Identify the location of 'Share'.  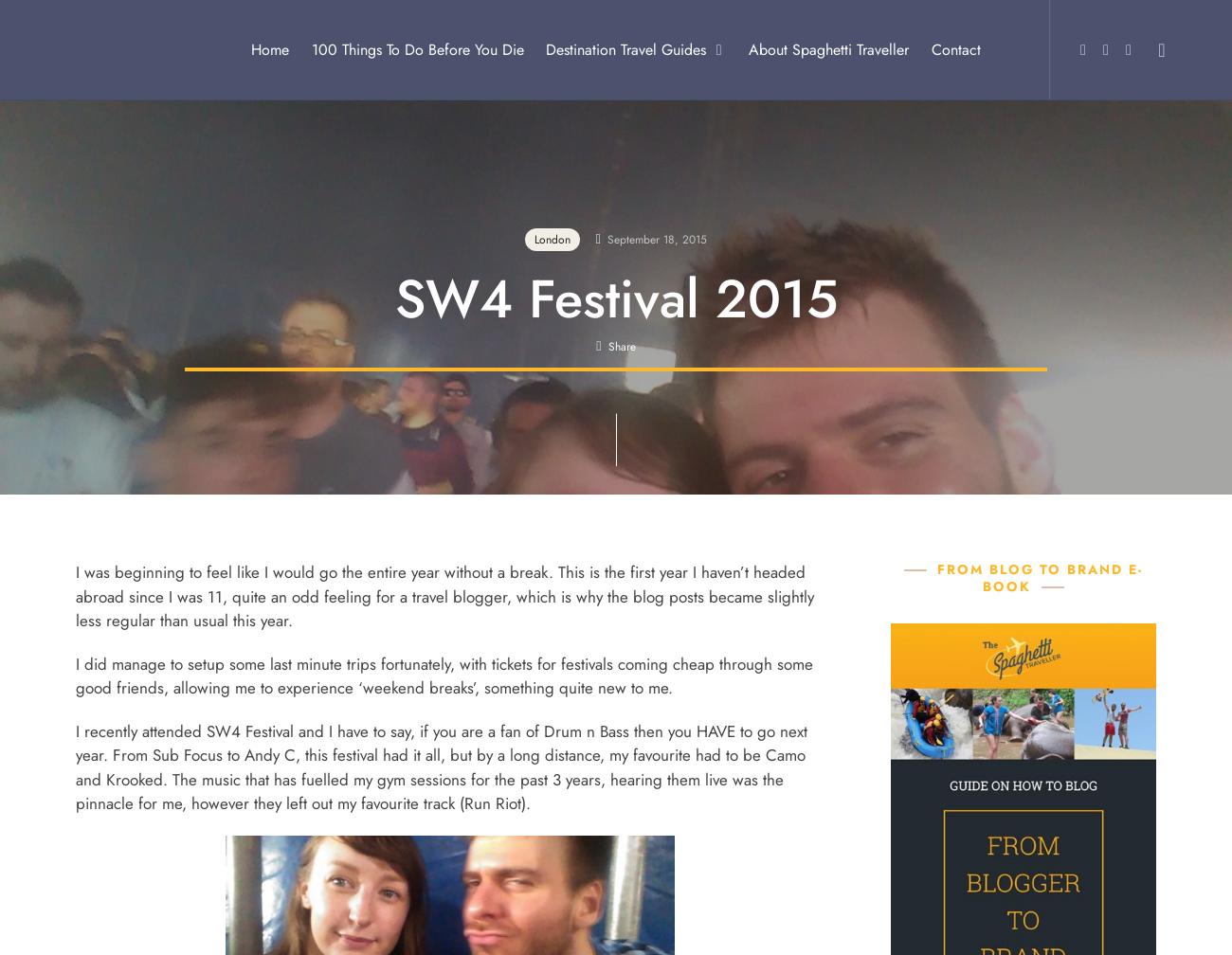
(620, 347).